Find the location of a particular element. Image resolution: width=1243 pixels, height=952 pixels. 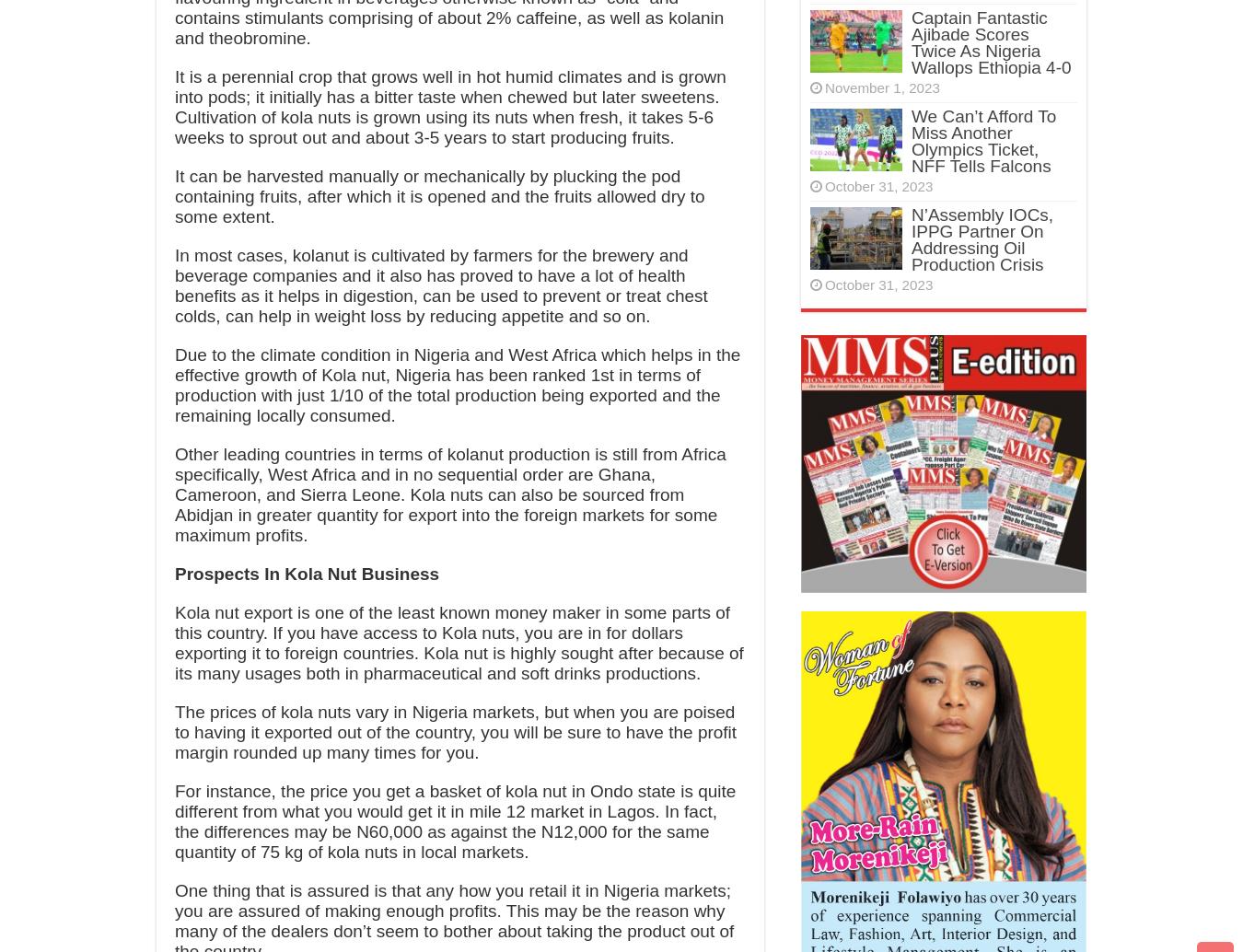

'November 1, 2023' is located at coordinates (880, 87).